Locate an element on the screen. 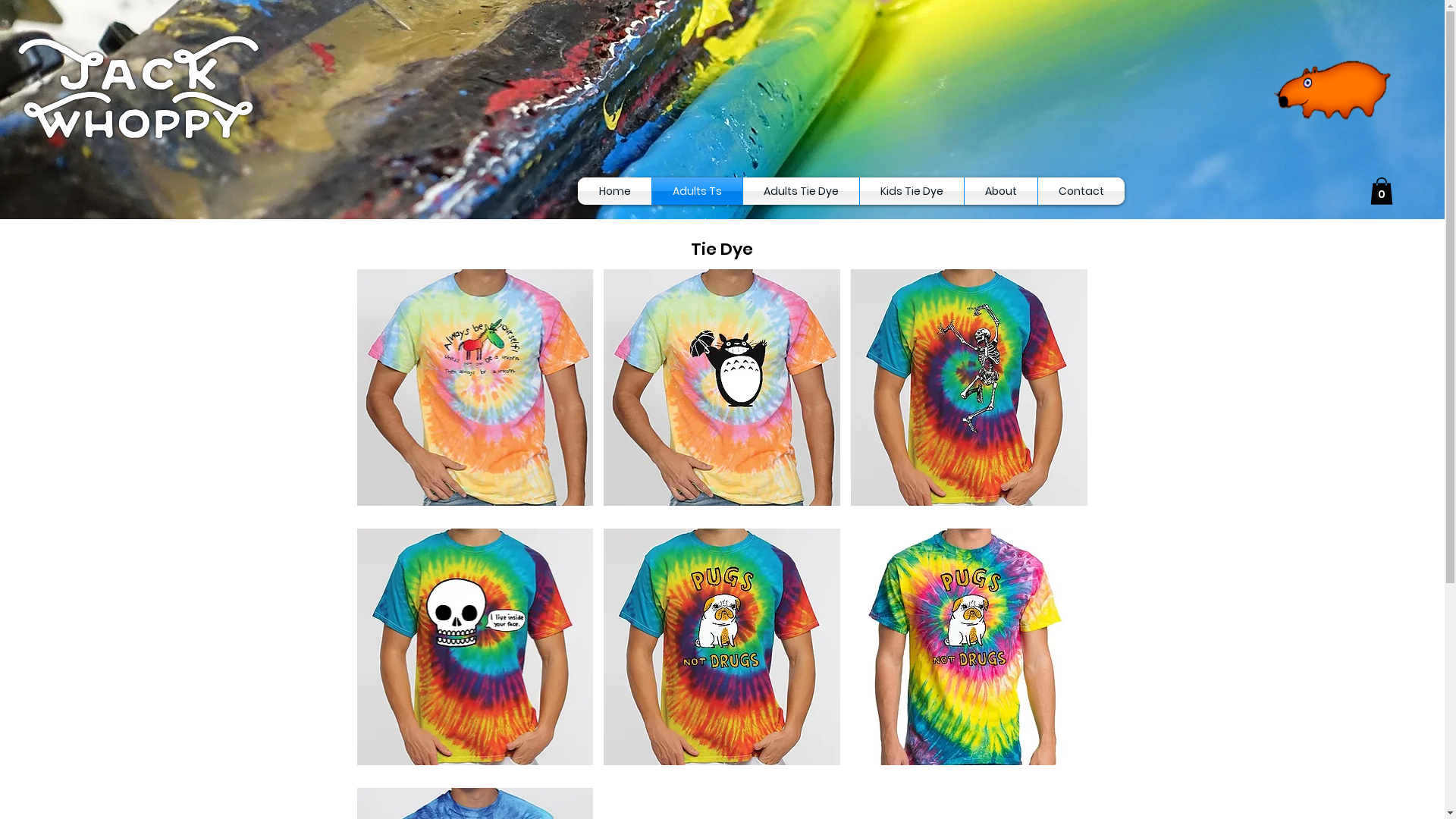 The height and width of the screenshot is (819, 1456). '0' is located at coordinates (1370, 190).